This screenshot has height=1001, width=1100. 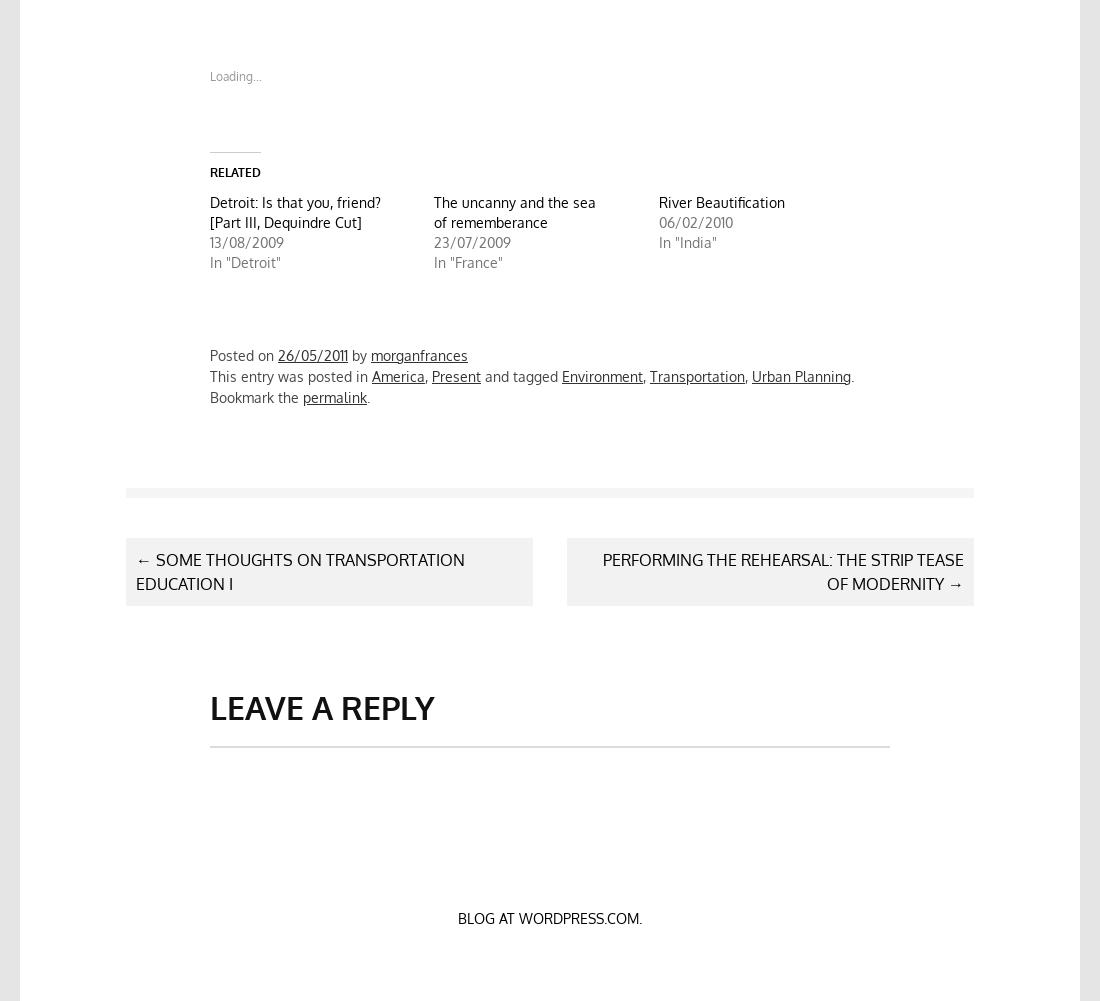 What do you see at coordinates (209, 385) in the screenshot?
I see `'. Bookmark the'` at bounding box center [209, 385].